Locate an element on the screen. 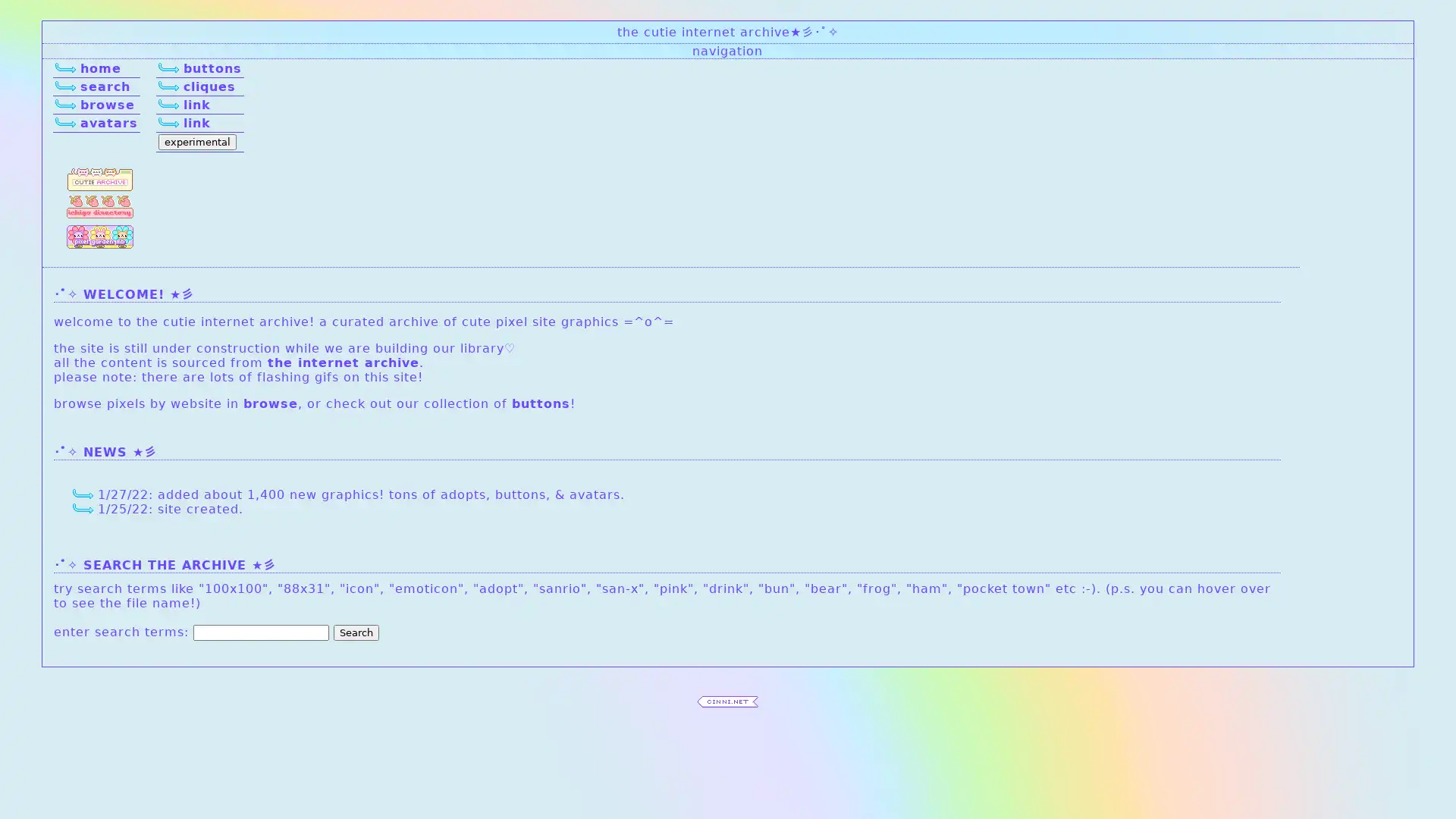 Image resolution: width=1456 pixels, height=819 pixels. experimental is located at coordinates (196, 142).